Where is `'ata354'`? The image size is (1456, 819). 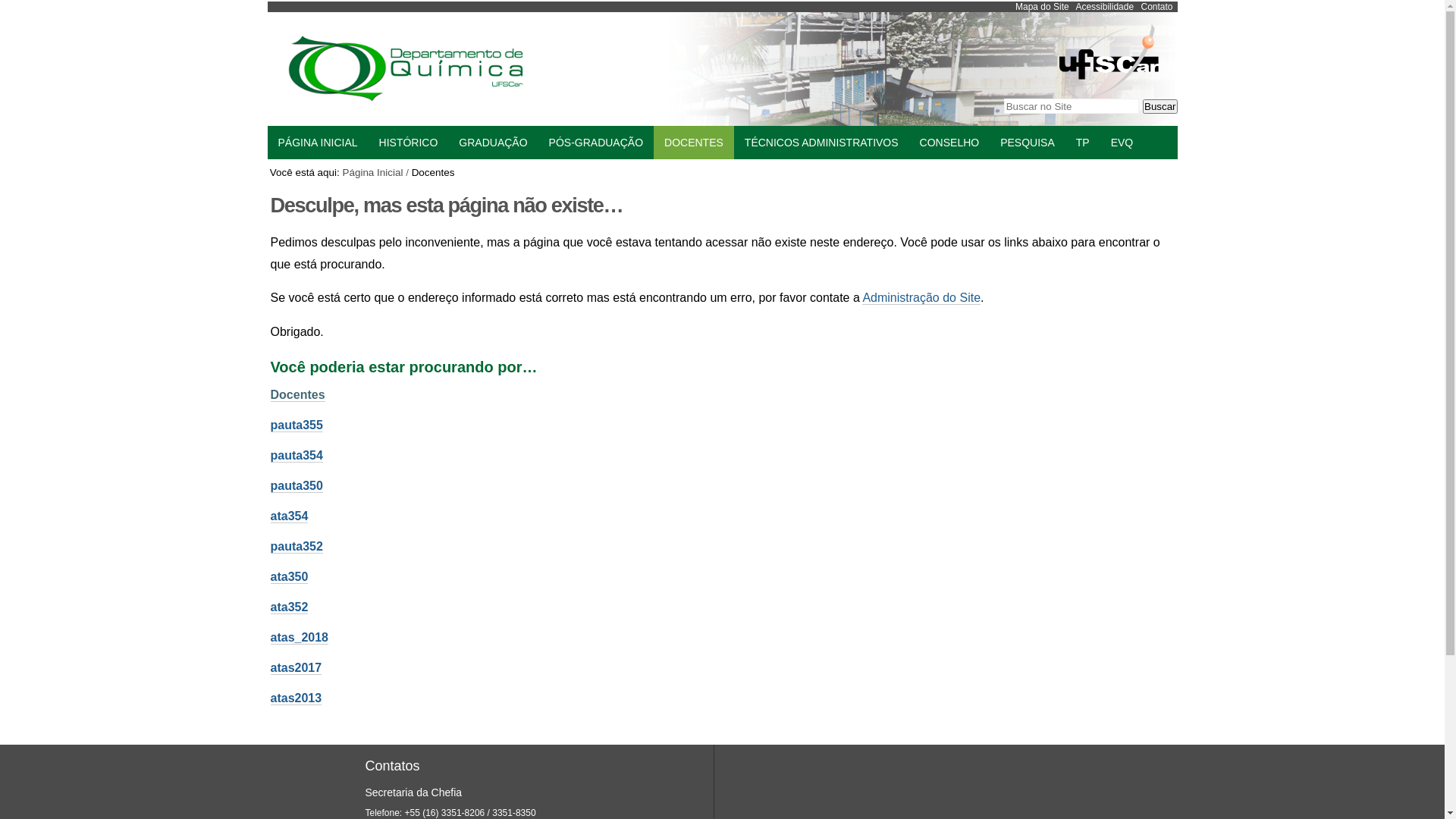
'ata354' is located at coordinates (269, 516).